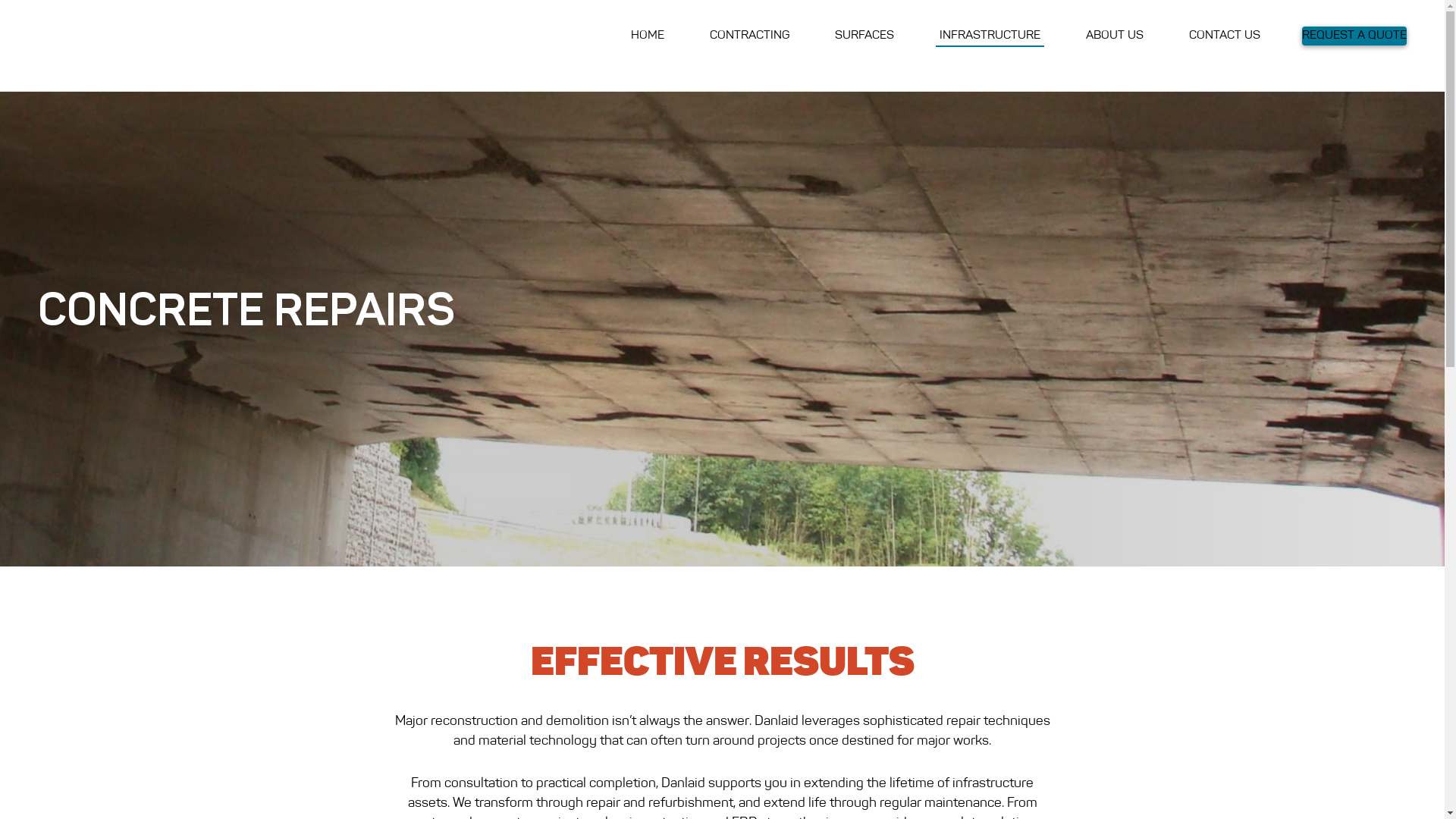 The height and width of the screenshot is (819, 1456). I want to click on 'CONTACT US', so click(1224, 35).